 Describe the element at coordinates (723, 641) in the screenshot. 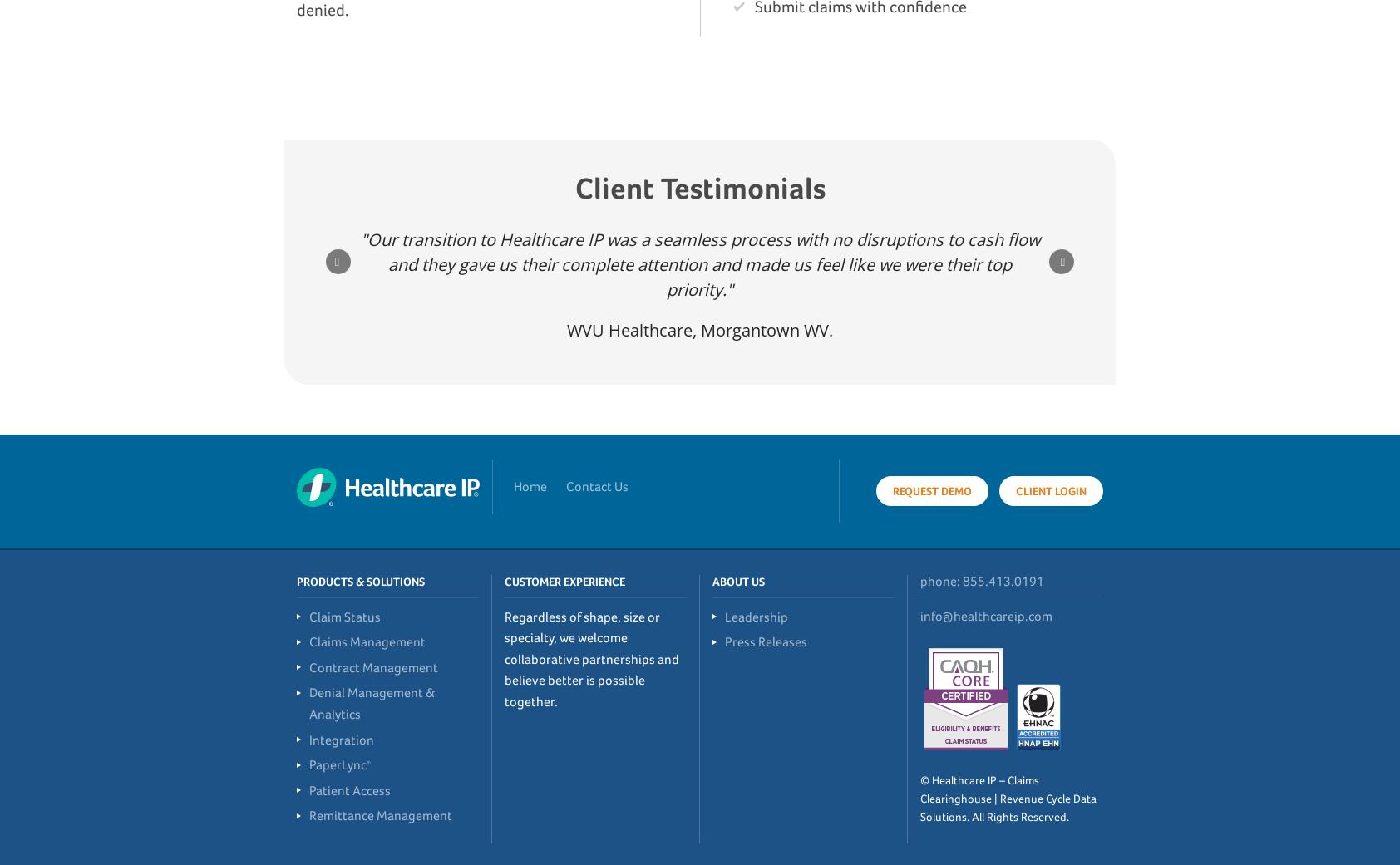

I see `'Press Releases'` at that location.